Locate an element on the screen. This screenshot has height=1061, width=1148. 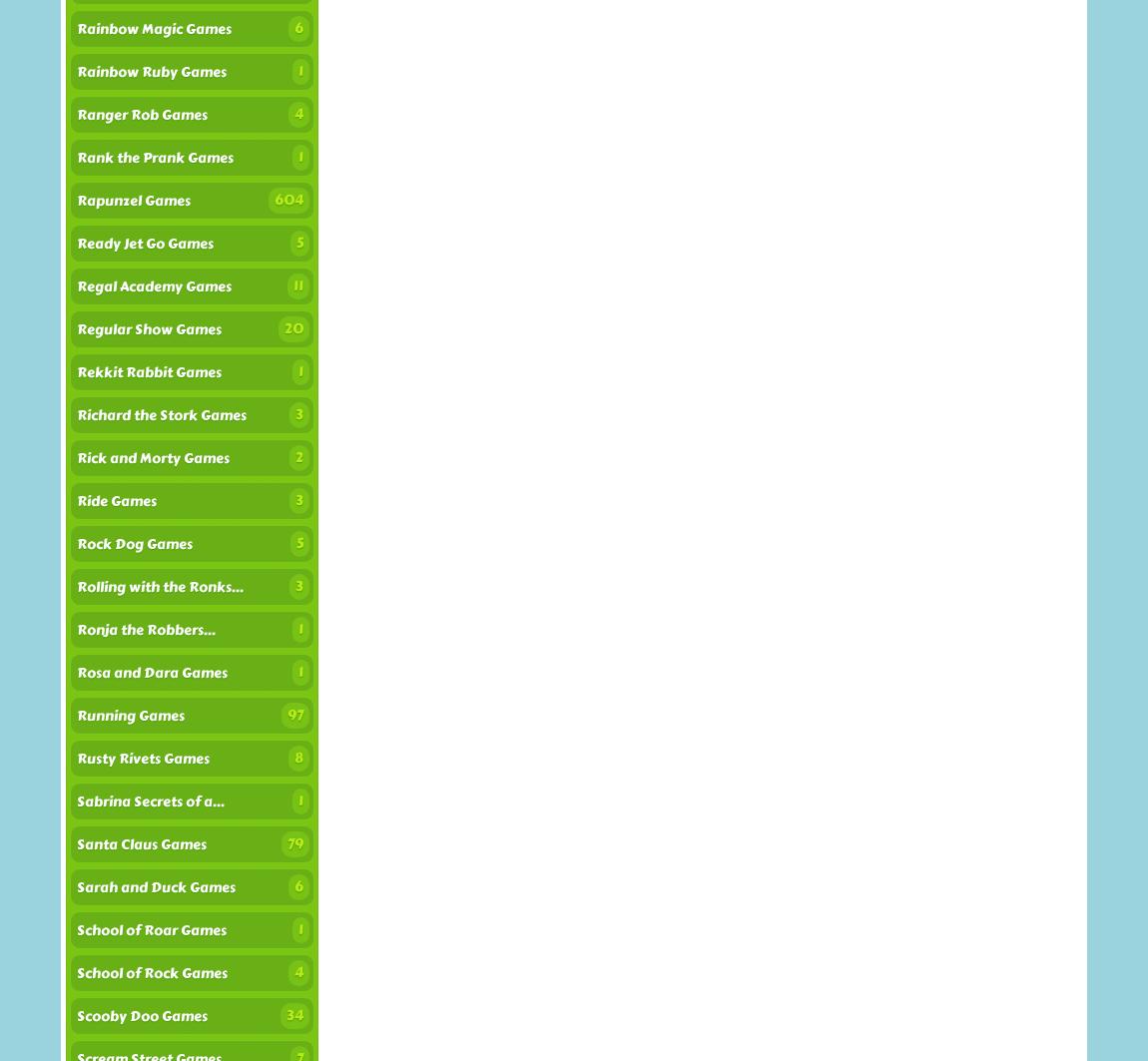
'School of Roar Games' is located at coordinates (151, 929).